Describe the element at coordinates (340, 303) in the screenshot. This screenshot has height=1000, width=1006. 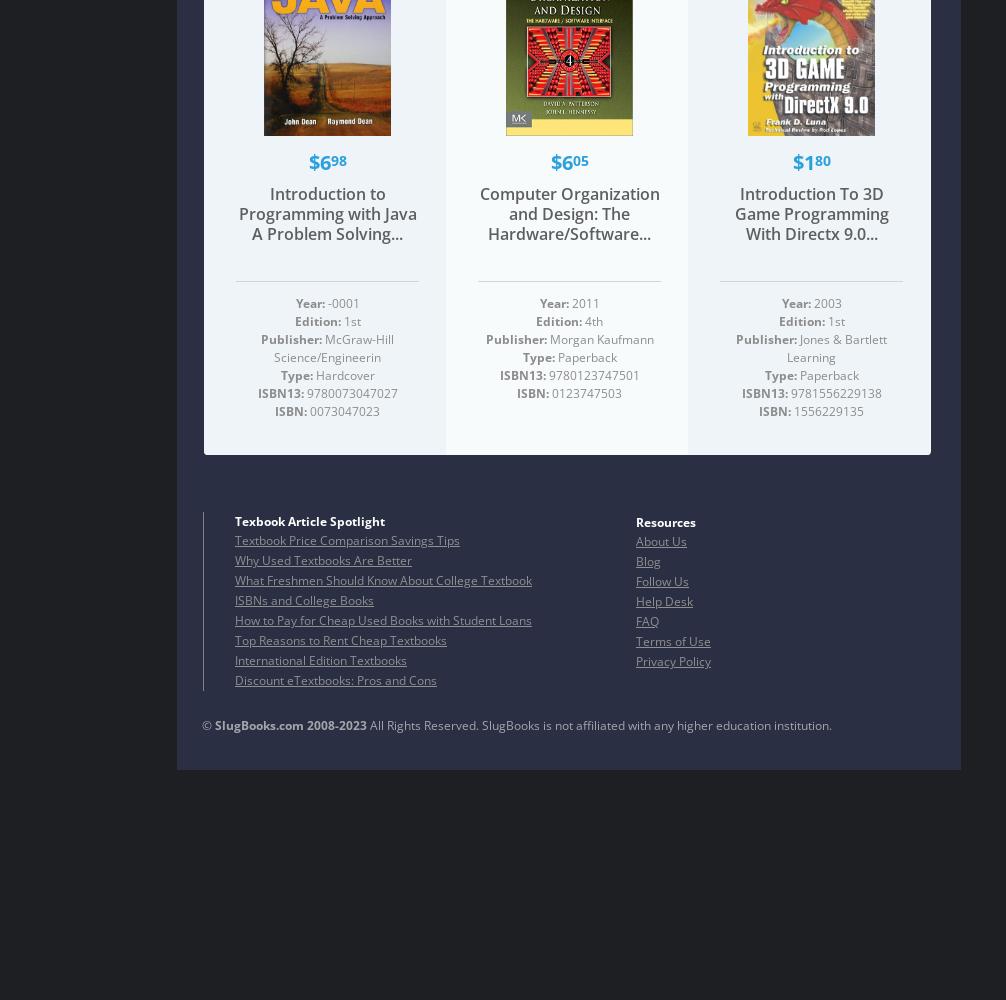
I see `'-0001'` at that location.